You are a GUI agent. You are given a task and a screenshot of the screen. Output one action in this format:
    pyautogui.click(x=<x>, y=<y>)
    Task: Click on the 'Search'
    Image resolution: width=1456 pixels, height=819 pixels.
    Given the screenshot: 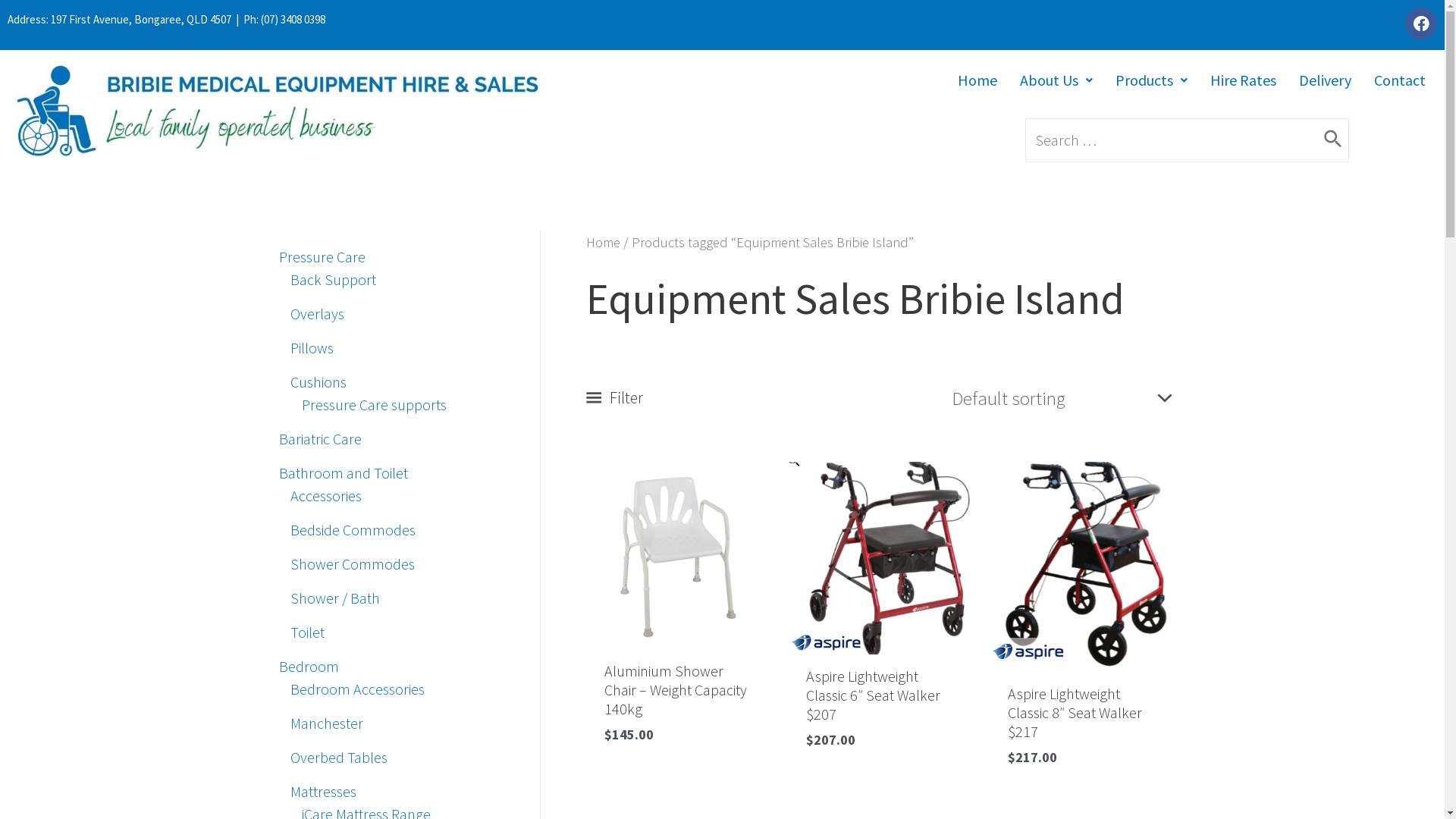 What is the action you would take?
    pyautogui.click(x=1323, y=140)
    